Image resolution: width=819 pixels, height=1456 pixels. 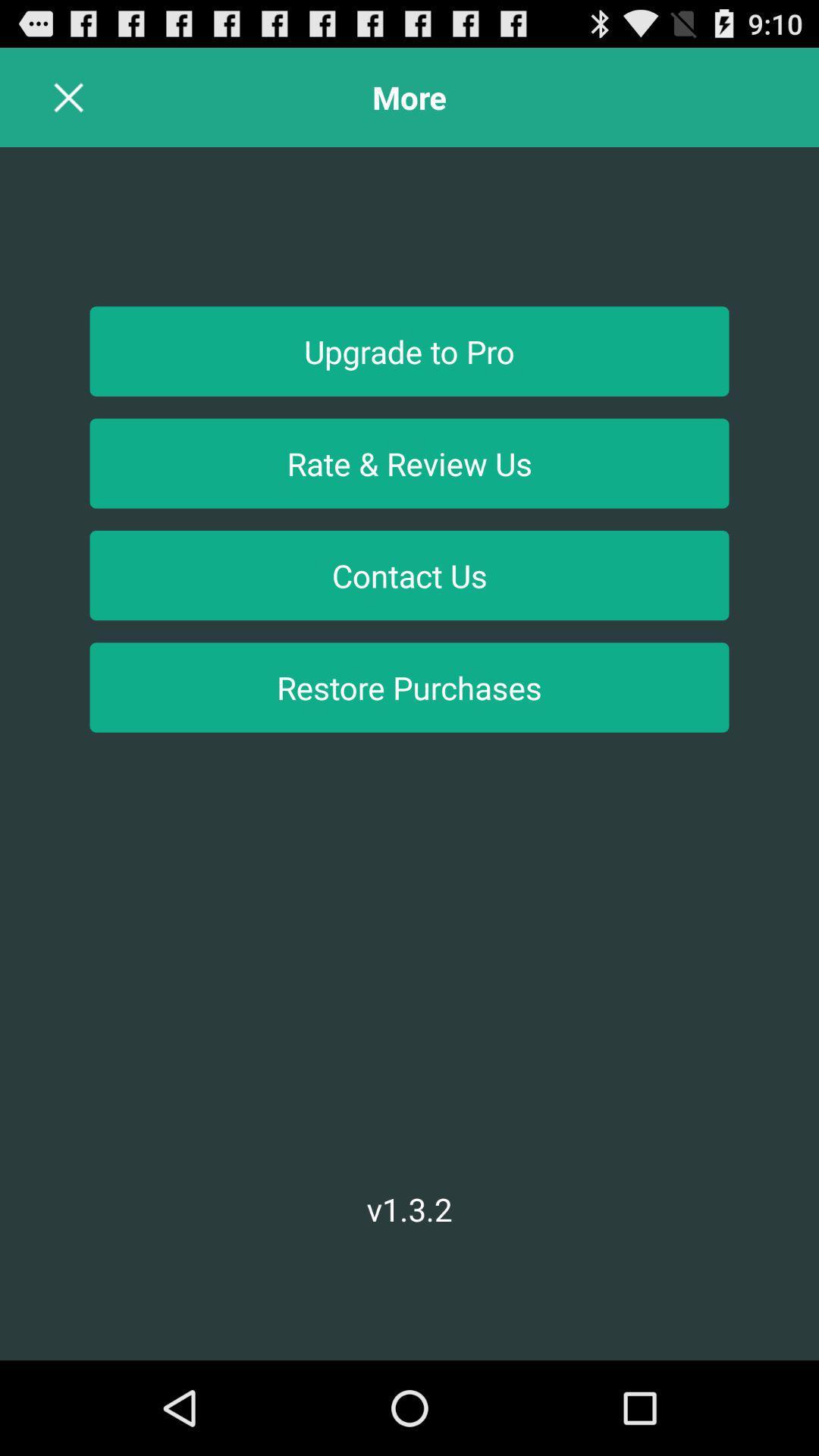 I want to click on contact us item, so click(x=409, y=574).